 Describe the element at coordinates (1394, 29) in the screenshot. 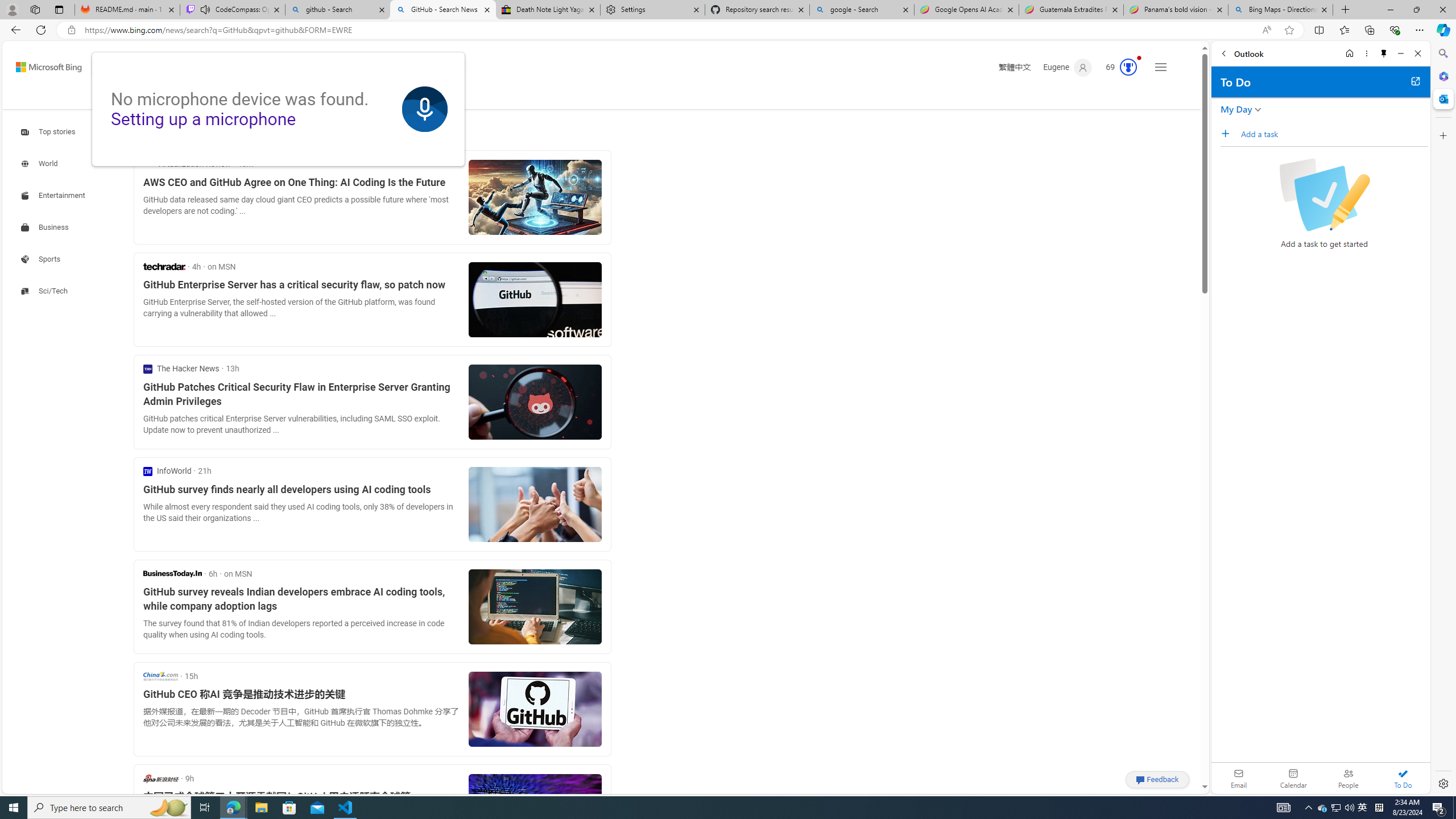

I see `'Browser essentials'` at that location.